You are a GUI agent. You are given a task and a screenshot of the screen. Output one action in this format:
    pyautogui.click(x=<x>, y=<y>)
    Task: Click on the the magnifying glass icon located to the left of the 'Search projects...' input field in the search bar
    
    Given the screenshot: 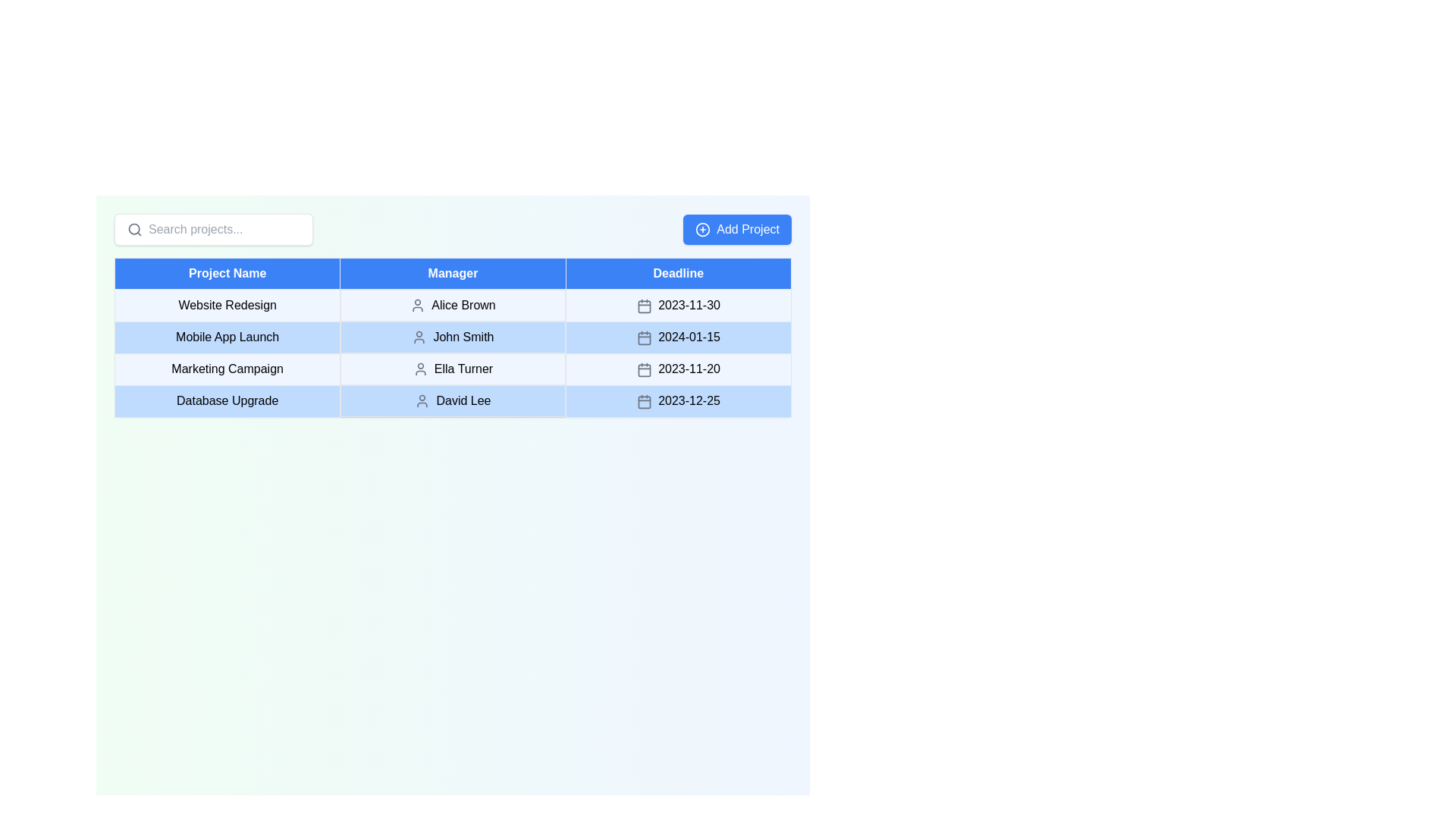 What is the action you would take?
    pyautogui.click(x=134, y=230)
    